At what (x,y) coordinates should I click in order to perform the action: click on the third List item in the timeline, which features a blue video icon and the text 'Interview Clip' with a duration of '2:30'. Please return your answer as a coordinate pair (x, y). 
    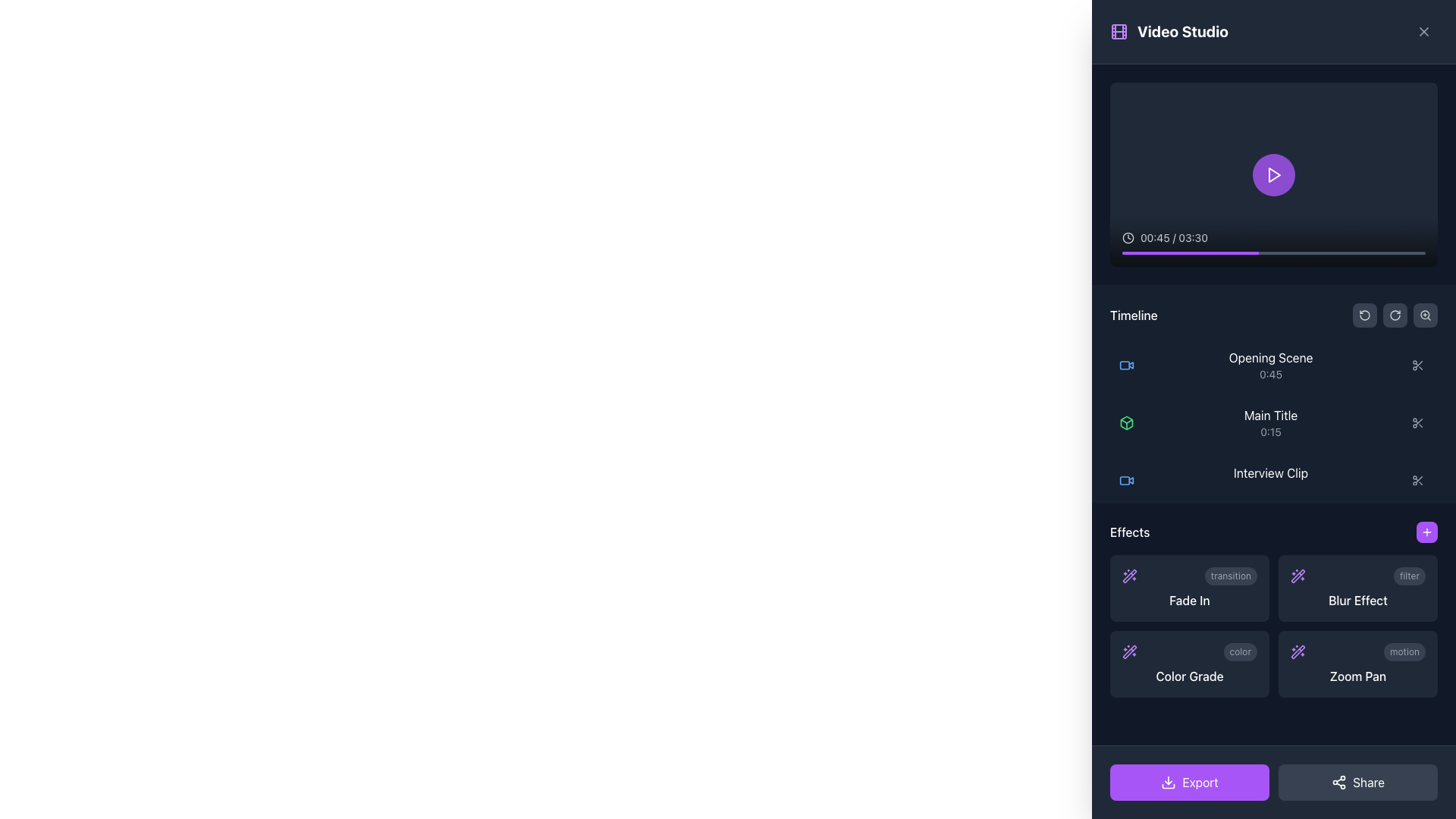
    Looking at the image, I should click on (1274, 480).